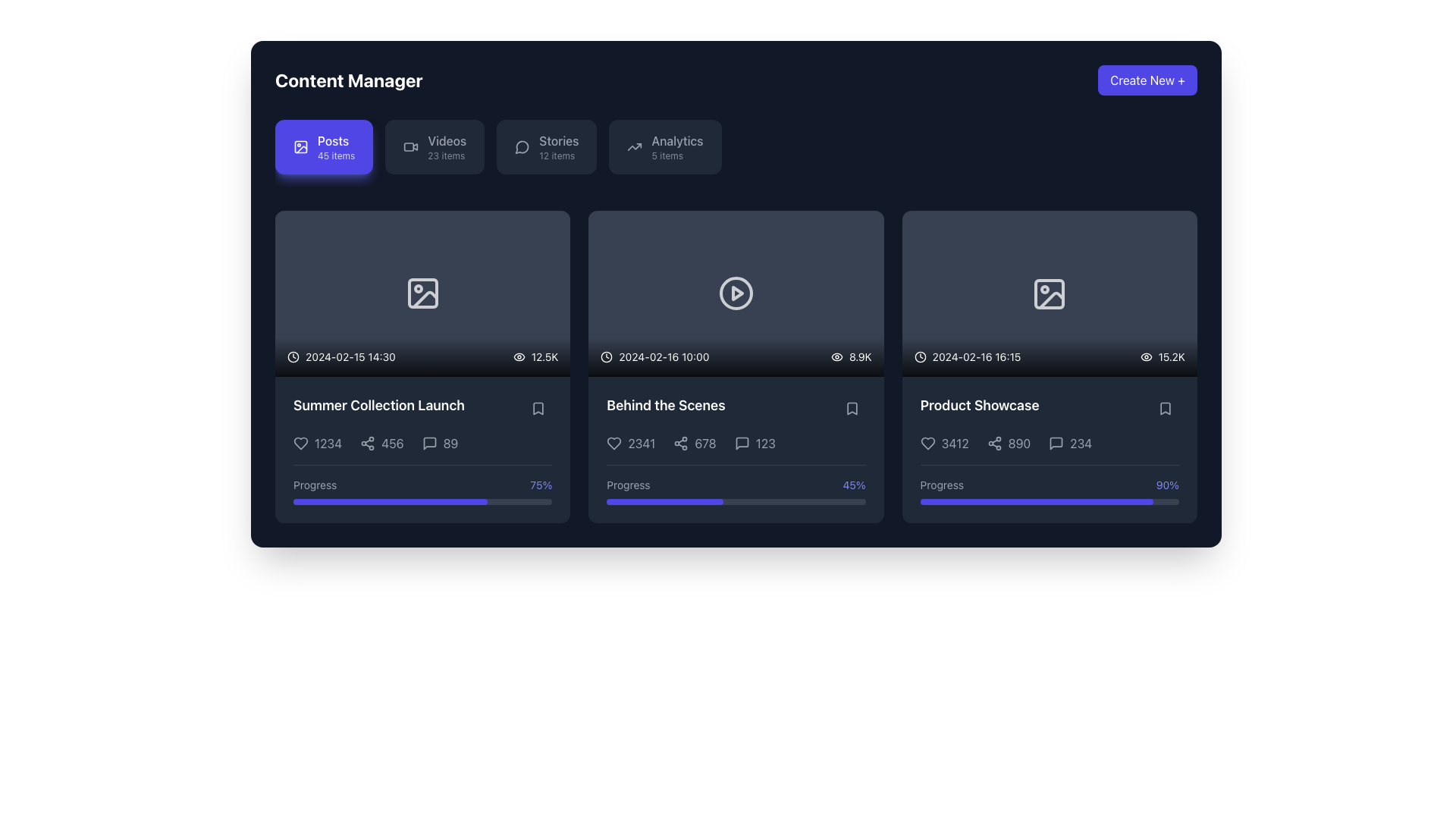  I want to click on the timestamp text label displaying '2024-02-15 14:30', which is located below the image placeholder in the first card of the content grid and adjacent to a clock icon, so click(350, 356).